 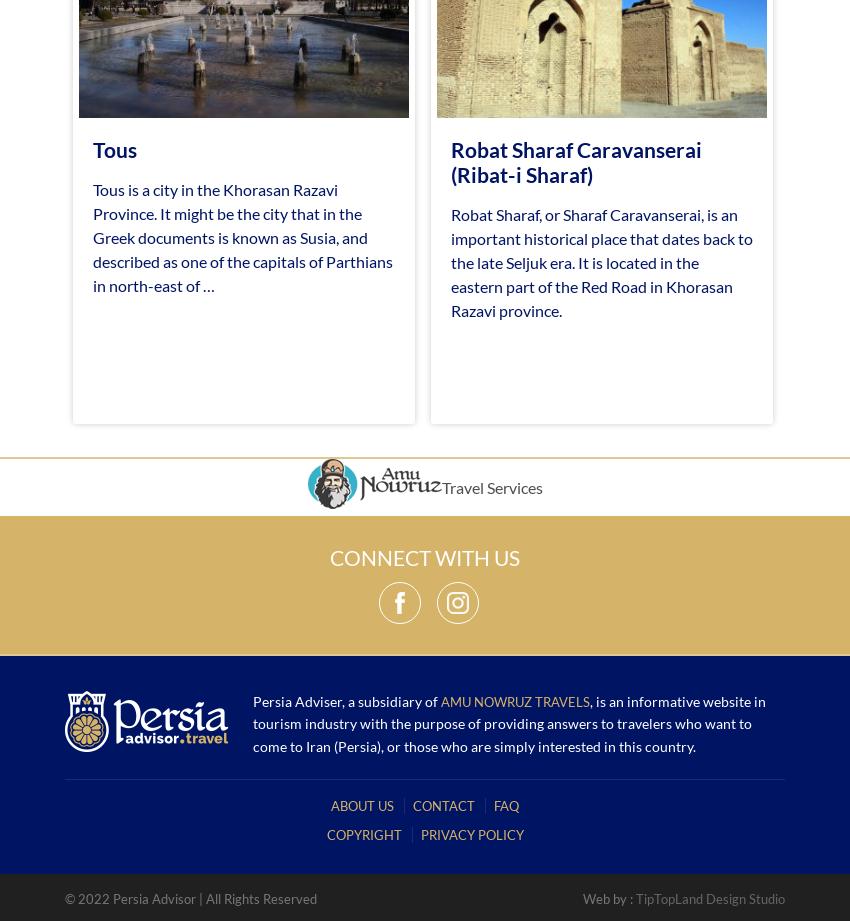 What do you see at coordinates (114, 149) in the screenshot?
I see `'Tous'` at bounding box center [114, 149].